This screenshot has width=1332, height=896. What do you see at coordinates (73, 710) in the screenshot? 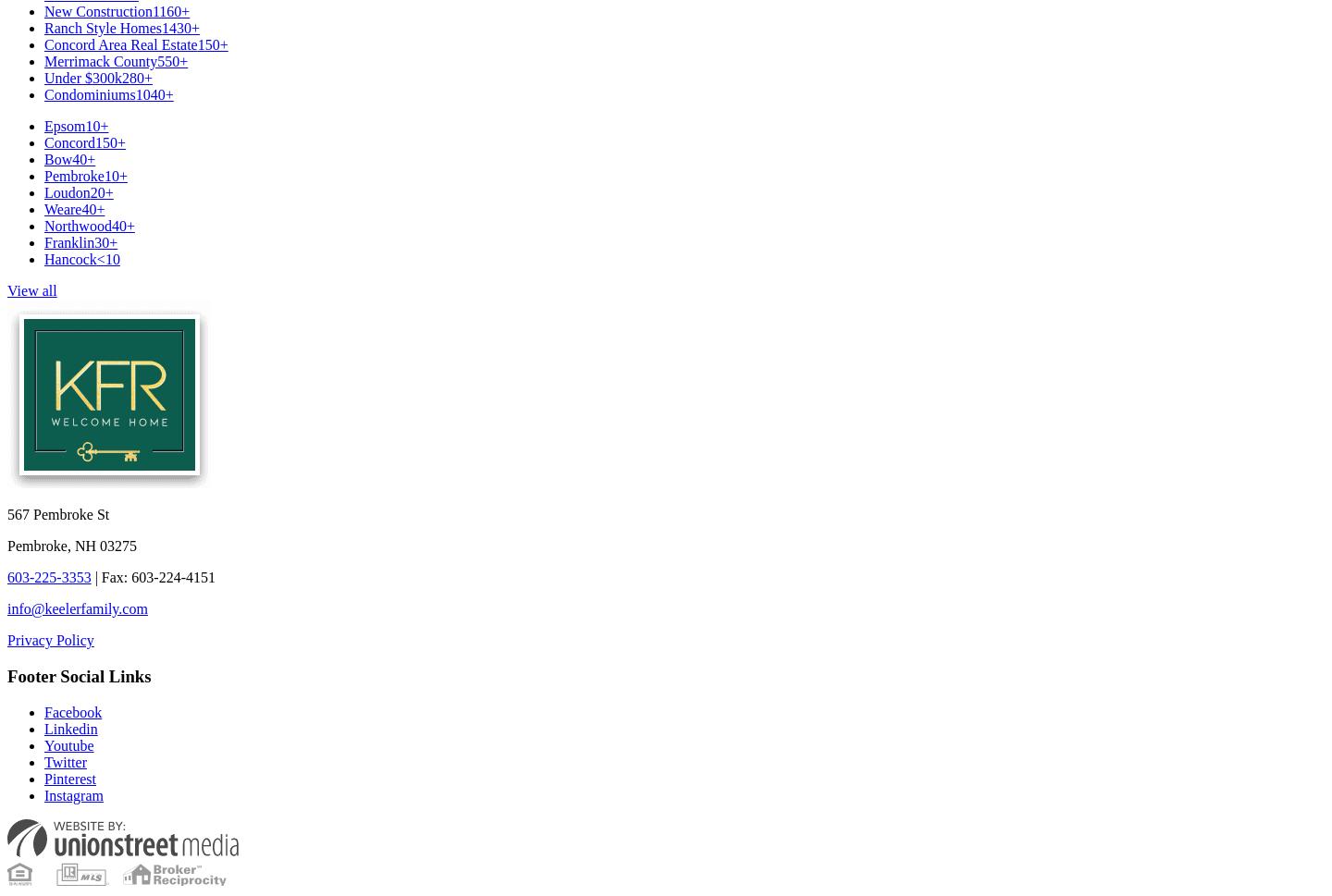
I see `'Facebook'` at bounding box center [73, 710].